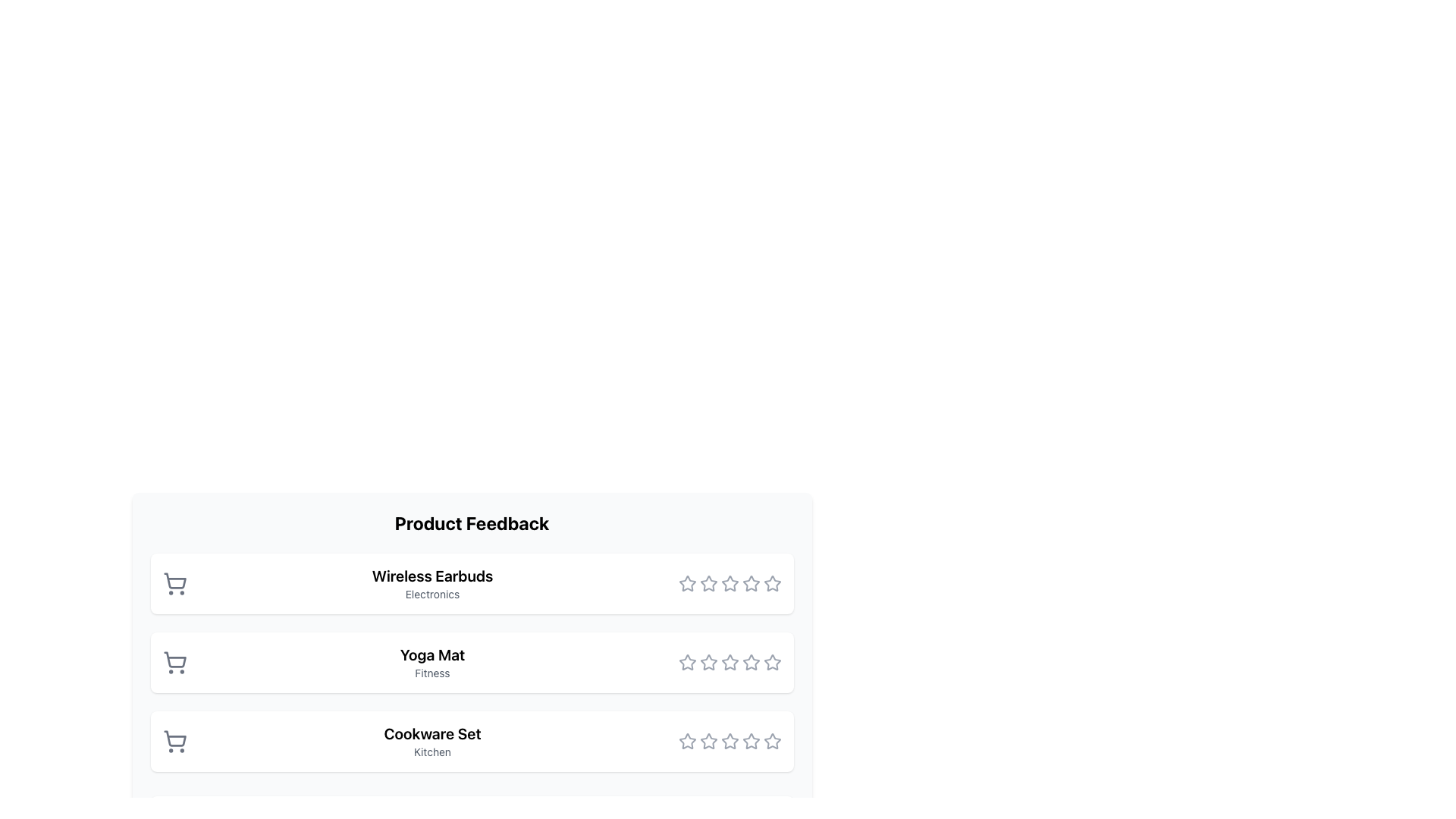  What do you see at coordinates (686, 582) in the screenshot?
I see `the first rating star icon for 'Wireless Earbuds' to register a rating` at bounding box center [686, 582].